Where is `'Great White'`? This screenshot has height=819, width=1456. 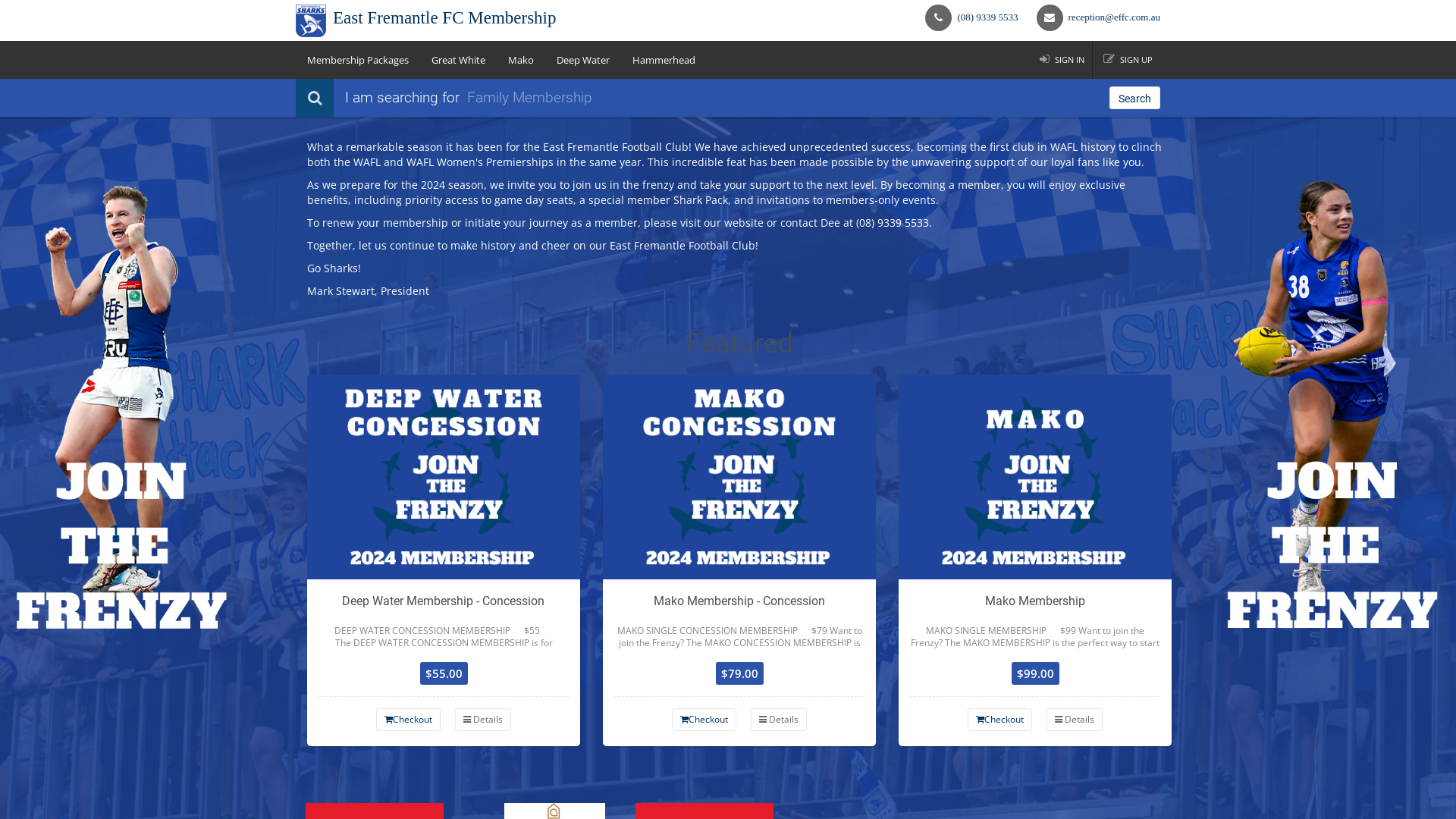 'Great White' is located at coordinates (457, 58).